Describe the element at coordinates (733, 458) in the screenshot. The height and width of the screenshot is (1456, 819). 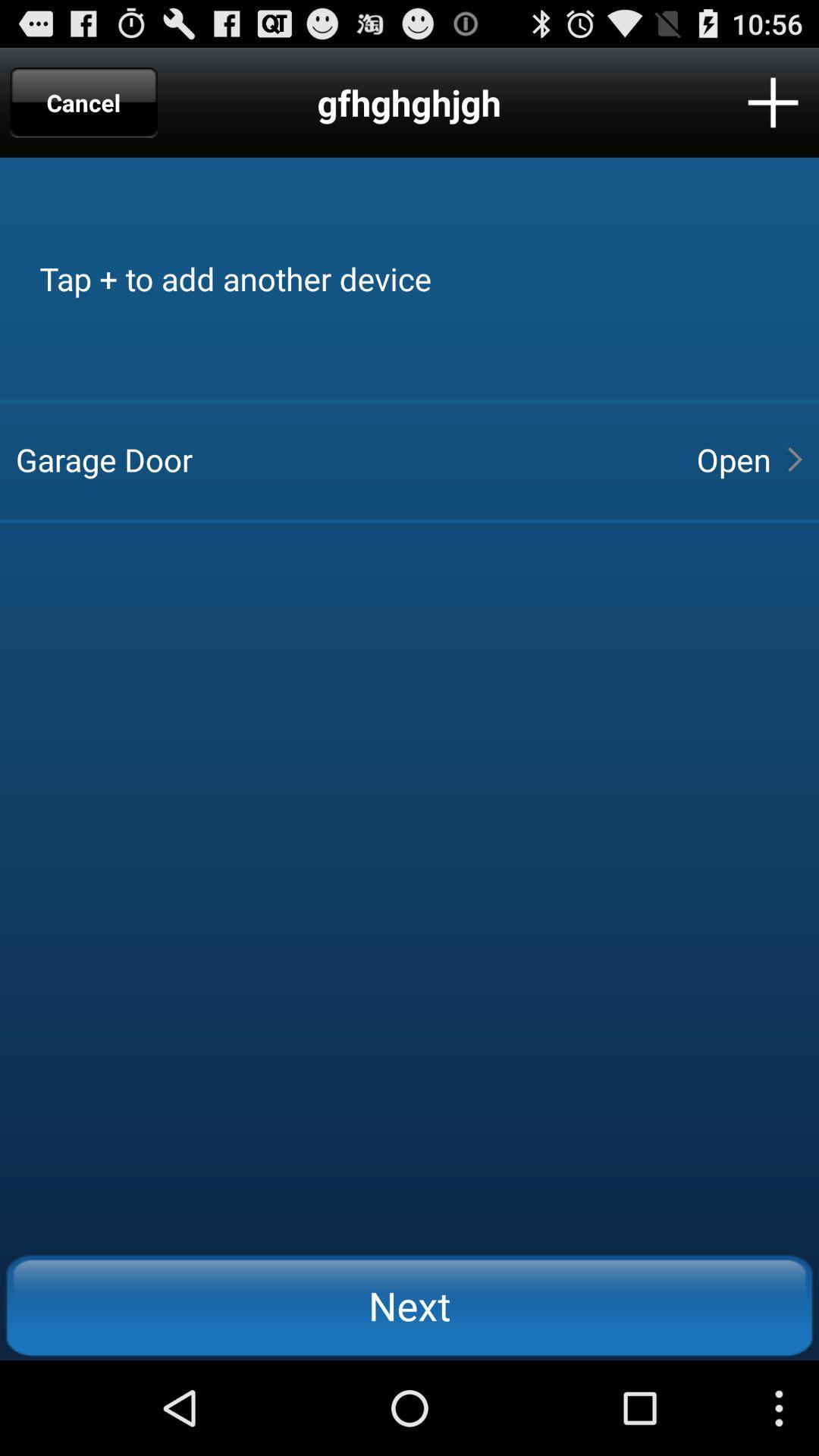
I see `open item` at that location.